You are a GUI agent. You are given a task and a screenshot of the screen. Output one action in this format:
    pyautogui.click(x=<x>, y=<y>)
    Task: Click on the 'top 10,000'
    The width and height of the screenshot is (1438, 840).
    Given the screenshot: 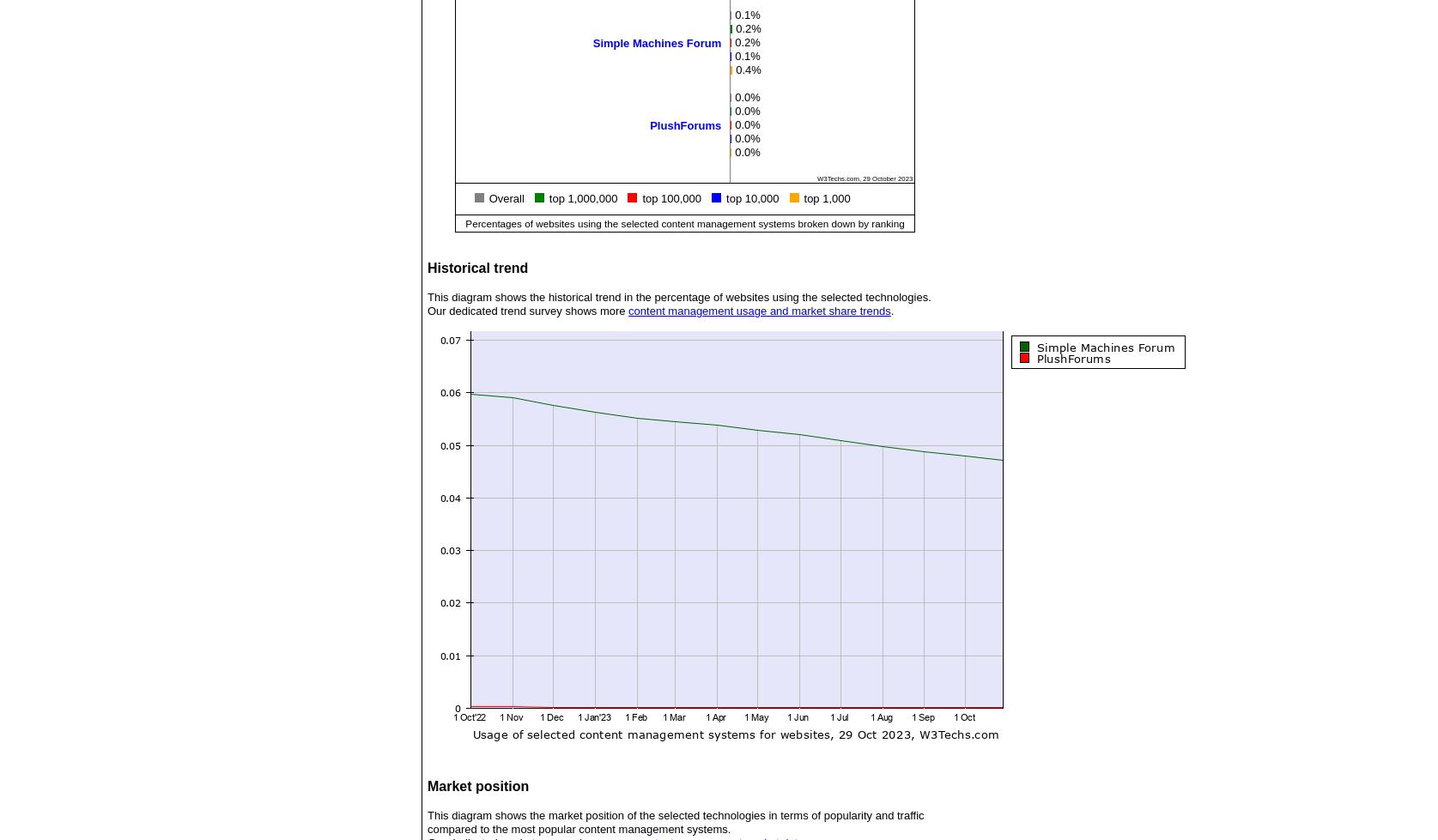 What is the action you would take?
    pyautogui.click(x=751, y=198)
    